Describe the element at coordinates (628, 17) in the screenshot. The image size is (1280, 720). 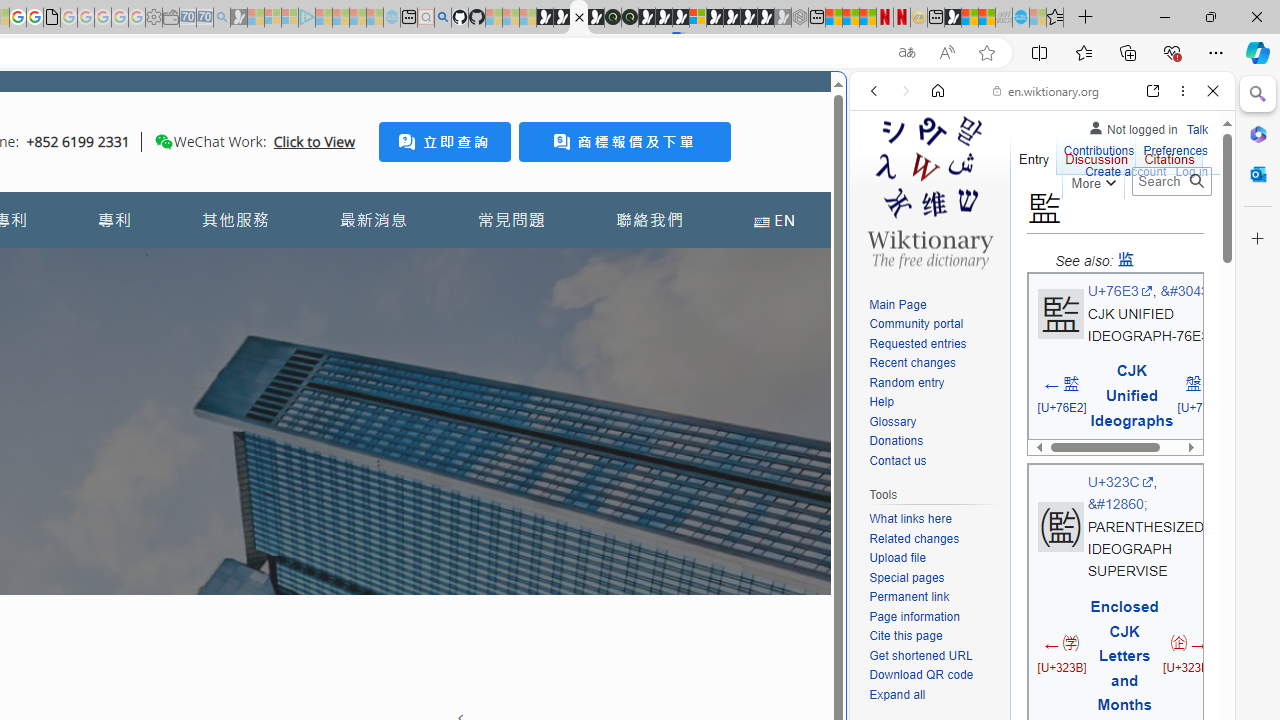
I see `'Future Focus Report 2024'` at that location.